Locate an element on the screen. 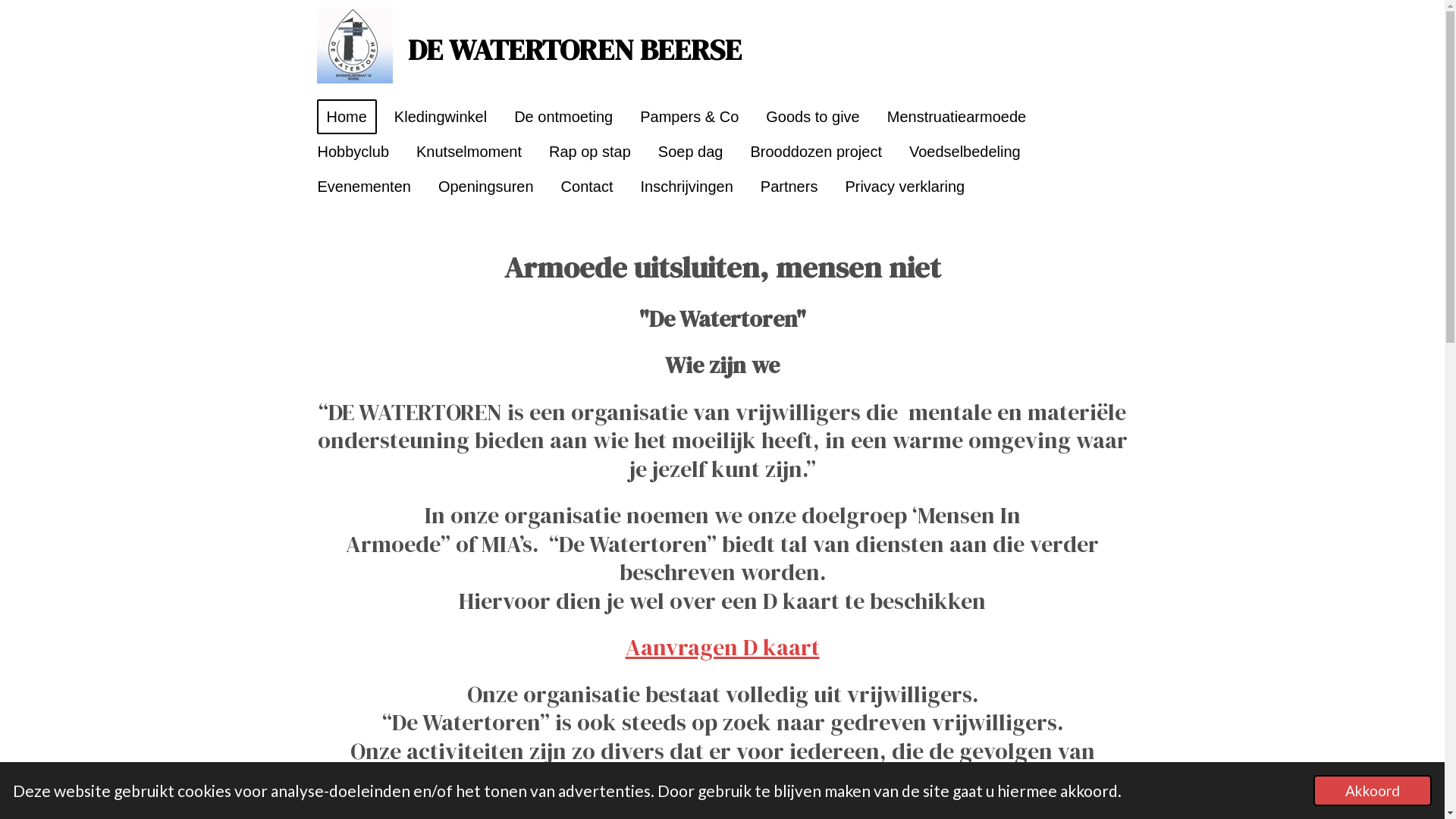 Image resolution: width=1456 pixels, height=819 pixels. 'Goods to give' is located at coordinates (756, 116).